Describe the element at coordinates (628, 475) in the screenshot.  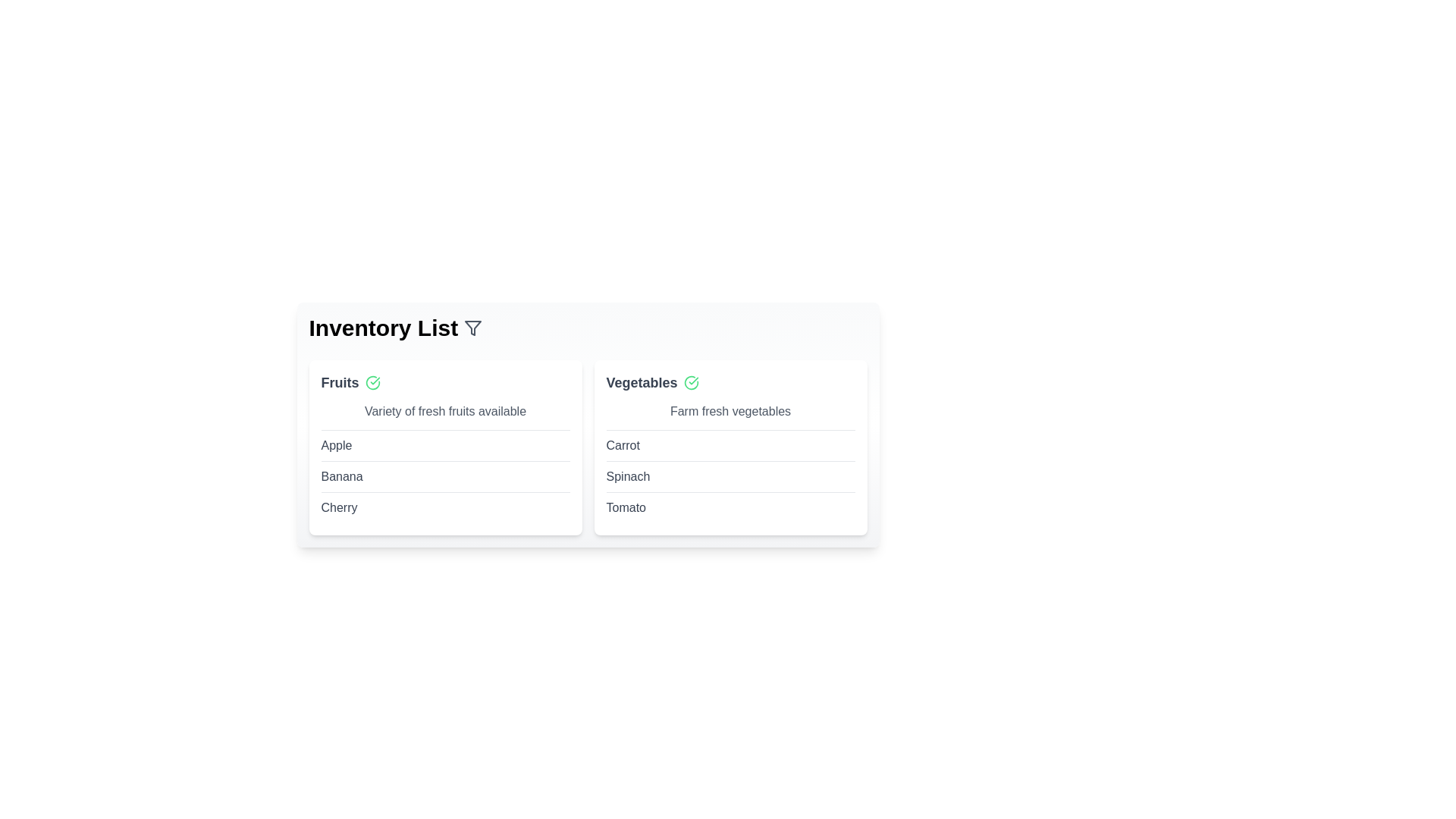
I see `the item Spinach to check for context menu options` at that location.